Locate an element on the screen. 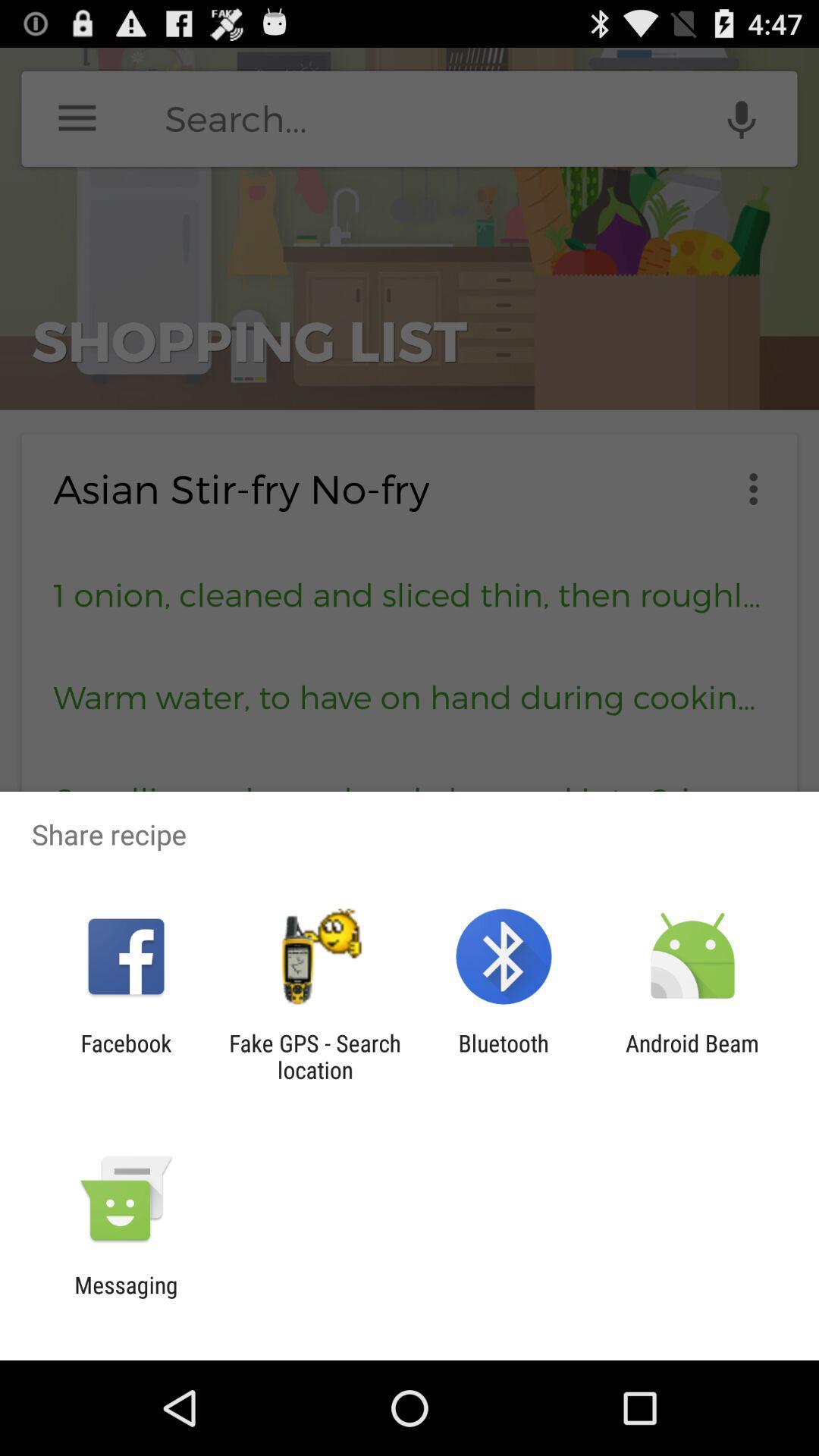  app to the right of fake gps search is located at coordinates (504, 1056).